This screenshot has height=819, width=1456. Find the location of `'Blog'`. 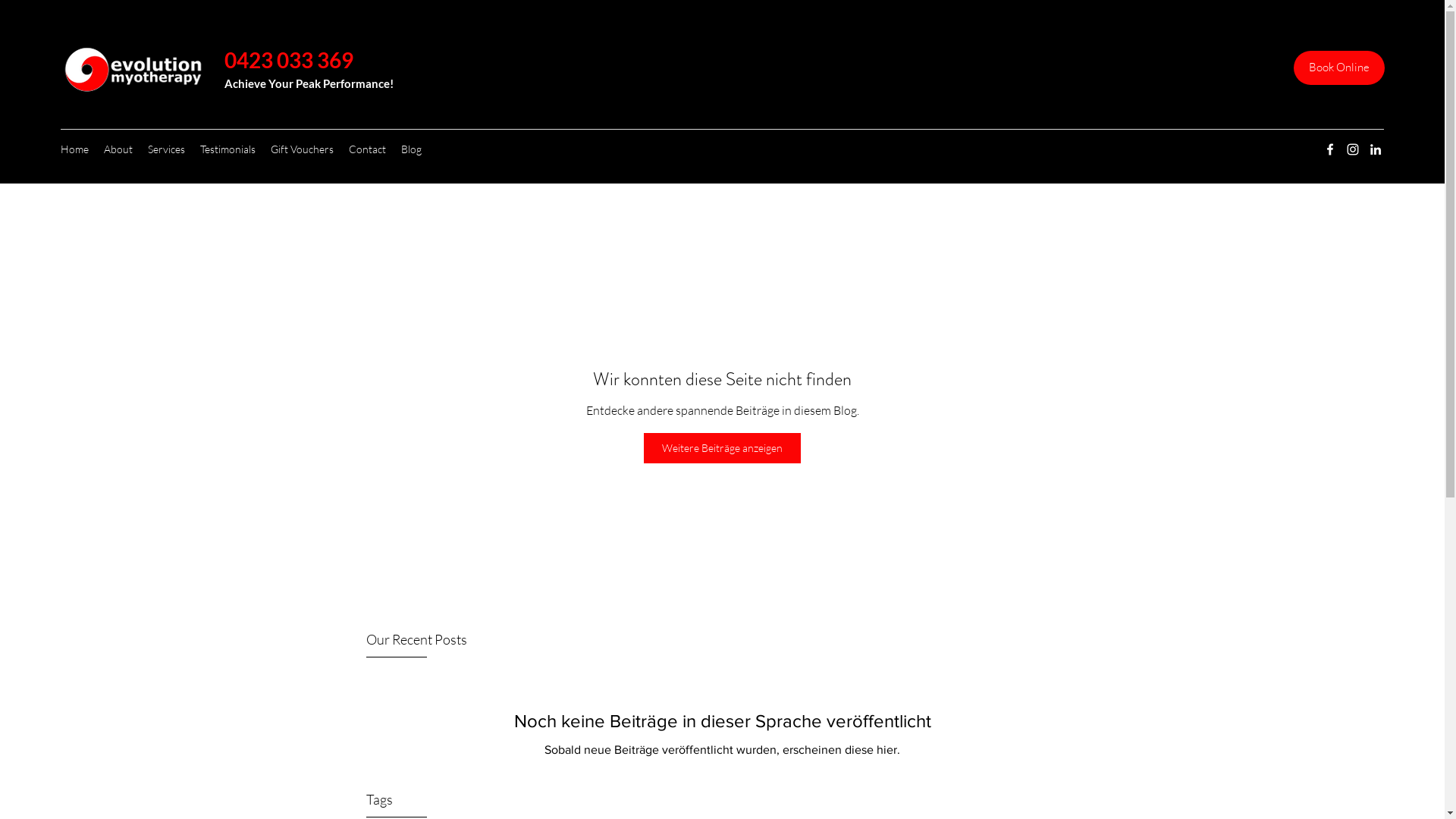

'Blog' is located at coordinates (411, 149).